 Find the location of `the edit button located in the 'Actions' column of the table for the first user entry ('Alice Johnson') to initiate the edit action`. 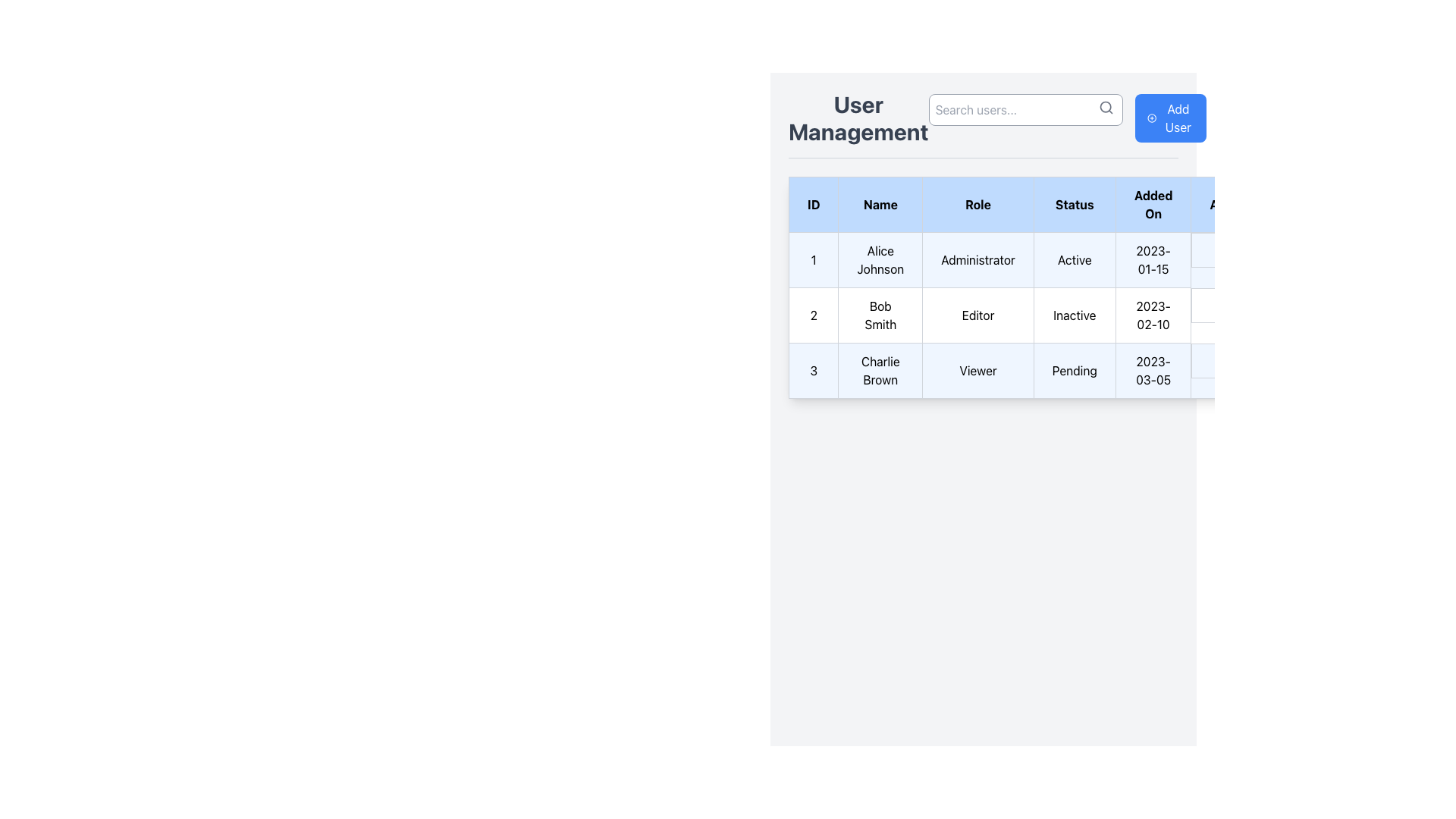

the edit button located in the 'Actions' column of the table for the first user entry ('Alice Johnson') to initiate the edit action is located at coordinates (1221, 249).